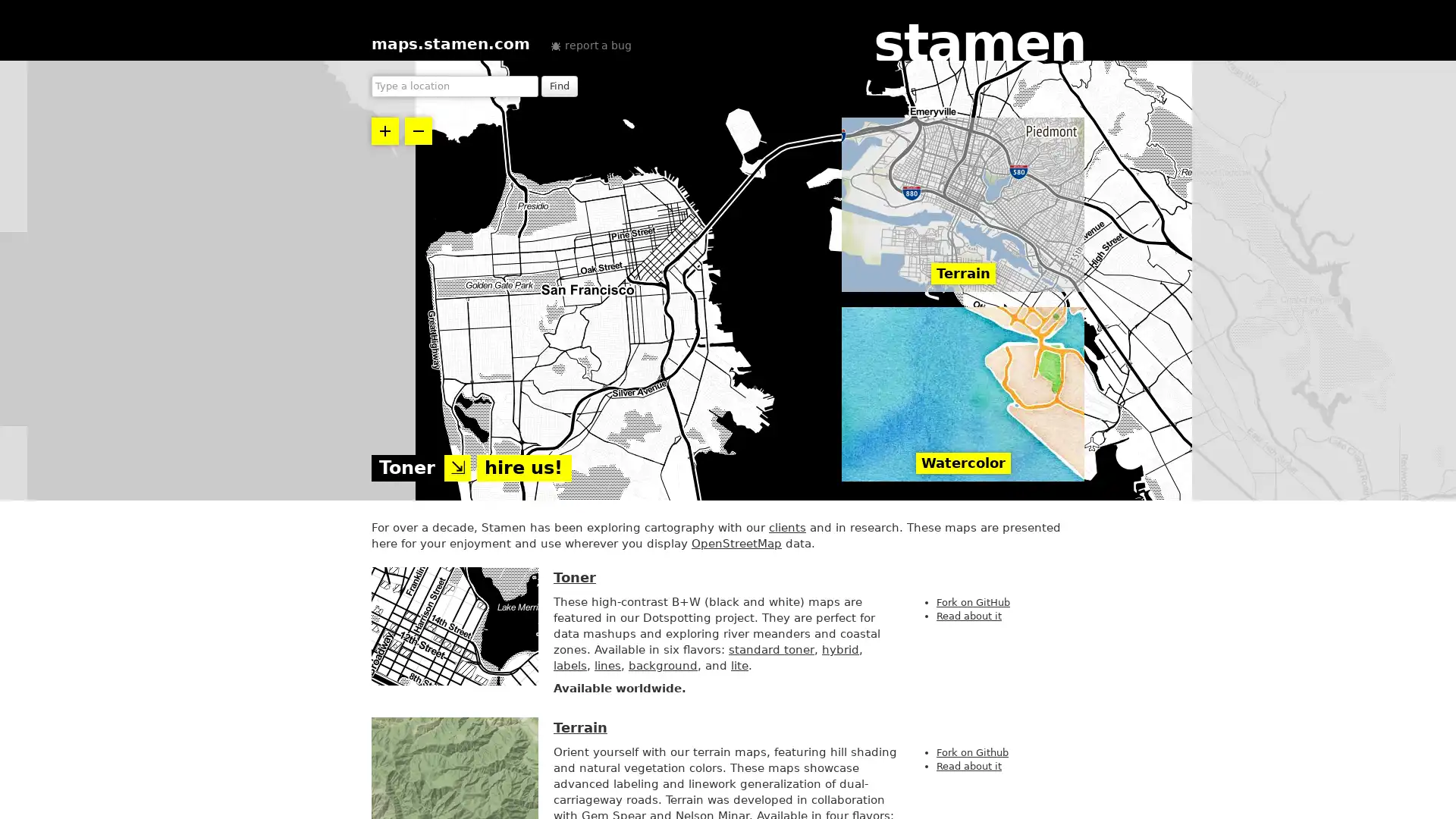 This screenshot has width=1456, height=819. What do you see at coordinates (559, 86) in the screenshot?
I see `Find` at bounding box center [559, 86].